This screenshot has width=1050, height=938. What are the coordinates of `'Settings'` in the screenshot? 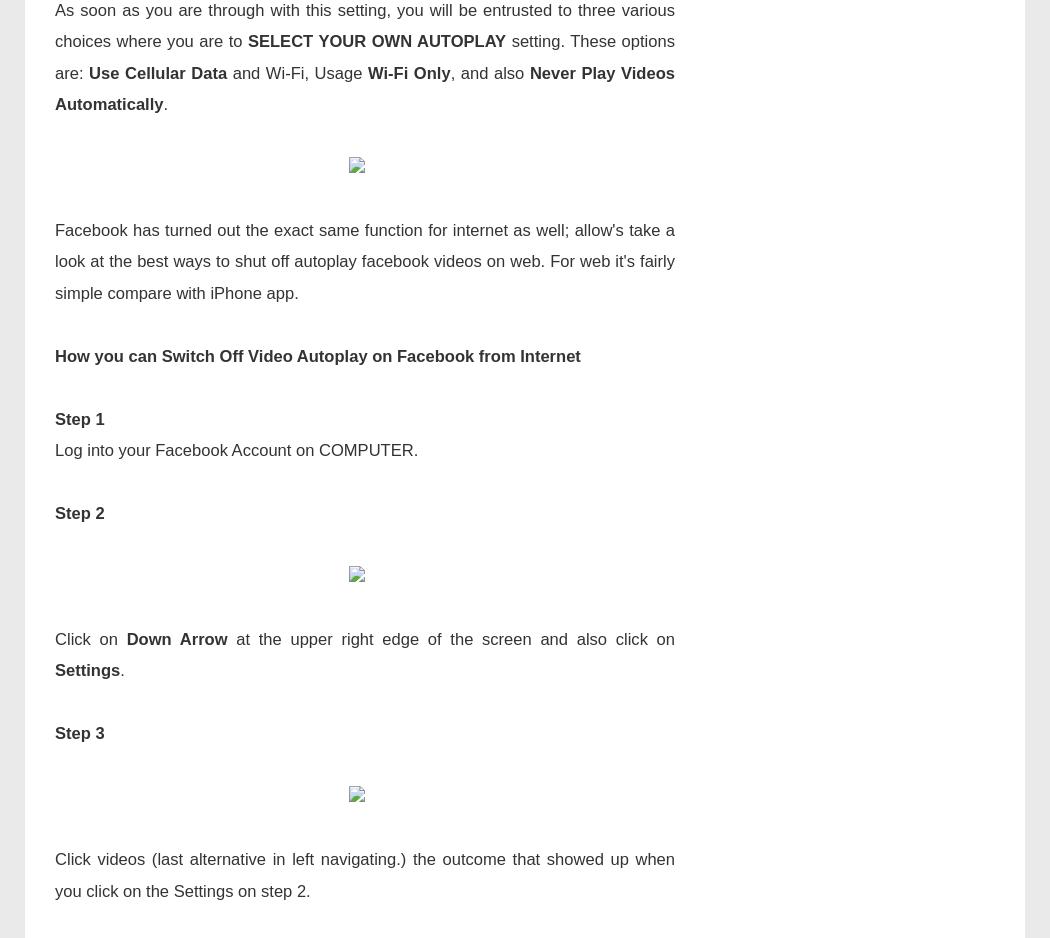 It's located at (87, 670).